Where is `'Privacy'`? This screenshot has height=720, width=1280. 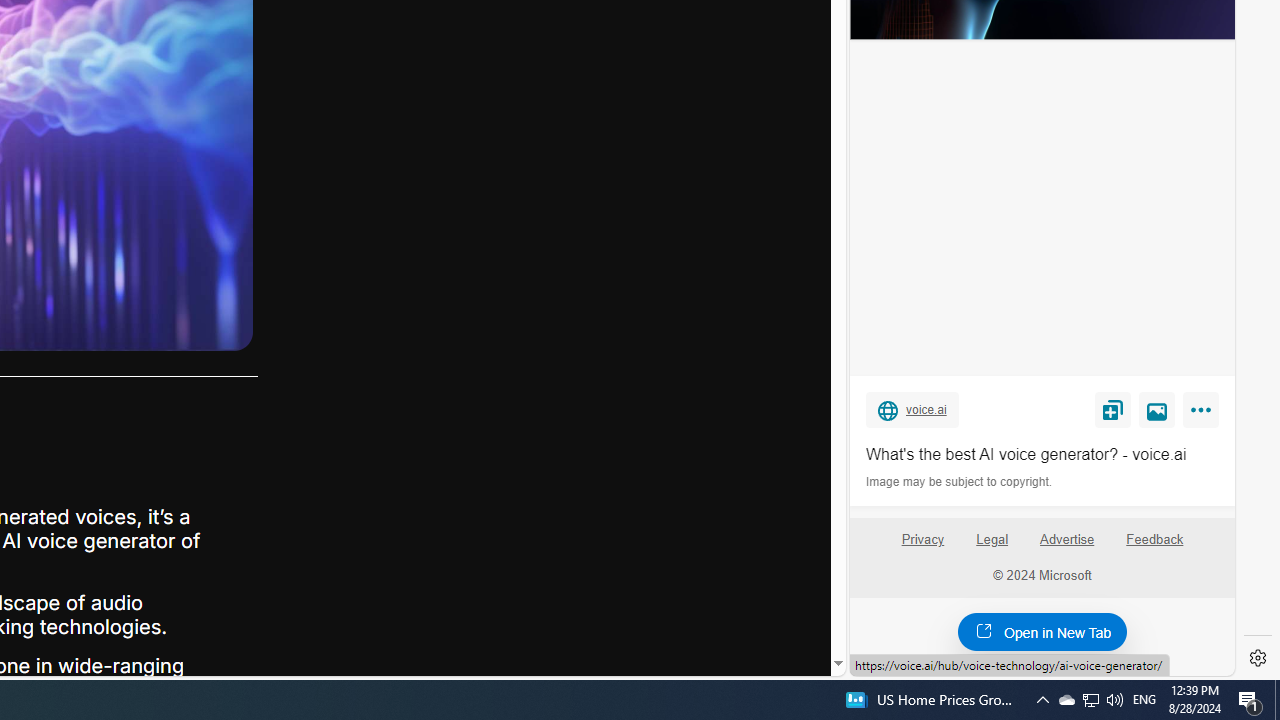
'Privacy' is located at coordinates (921, 547).